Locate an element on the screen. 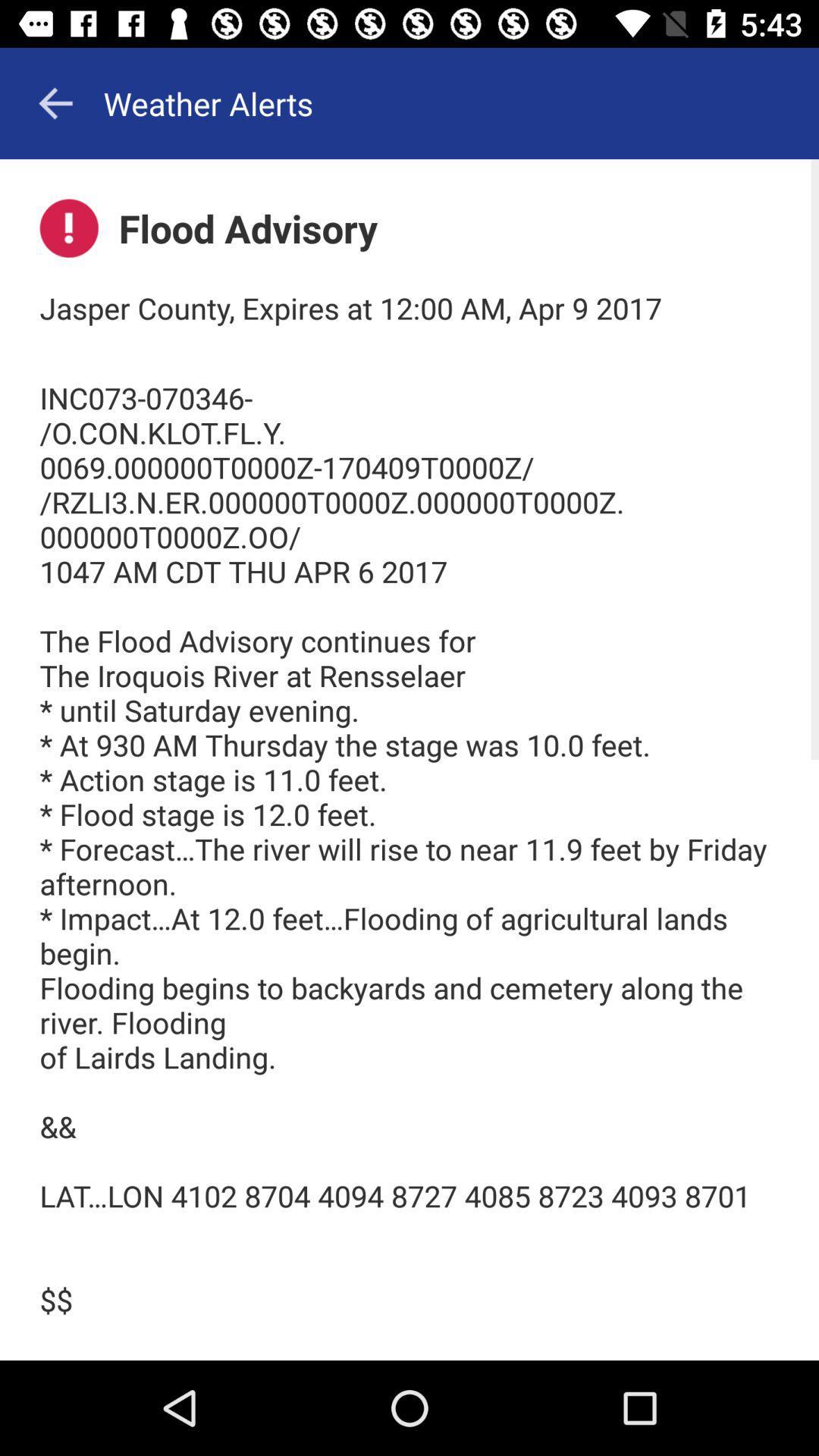  go back is located at coordinates (55, 102).